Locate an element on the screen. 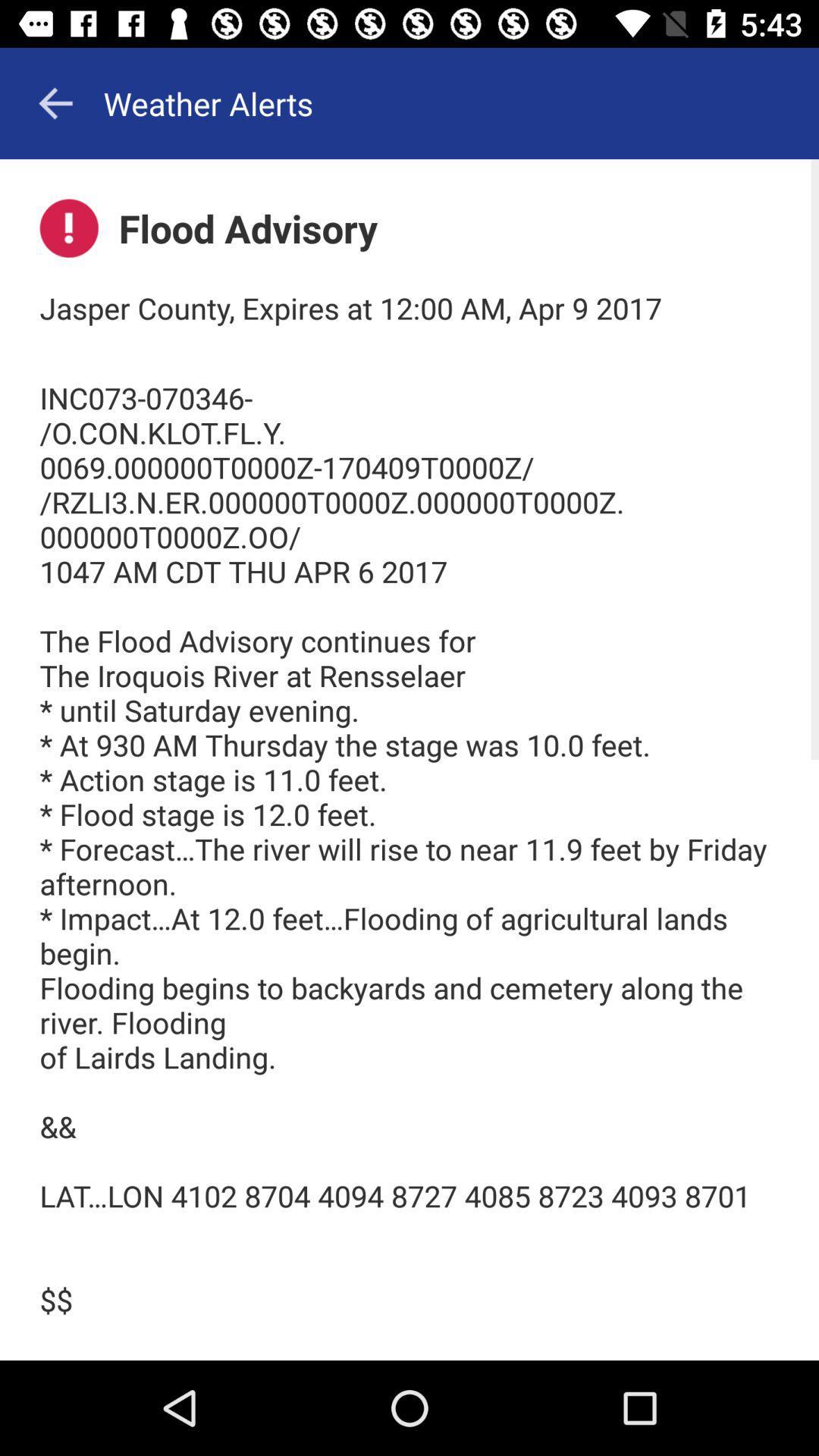  go back is located at coordinates (55, 102).